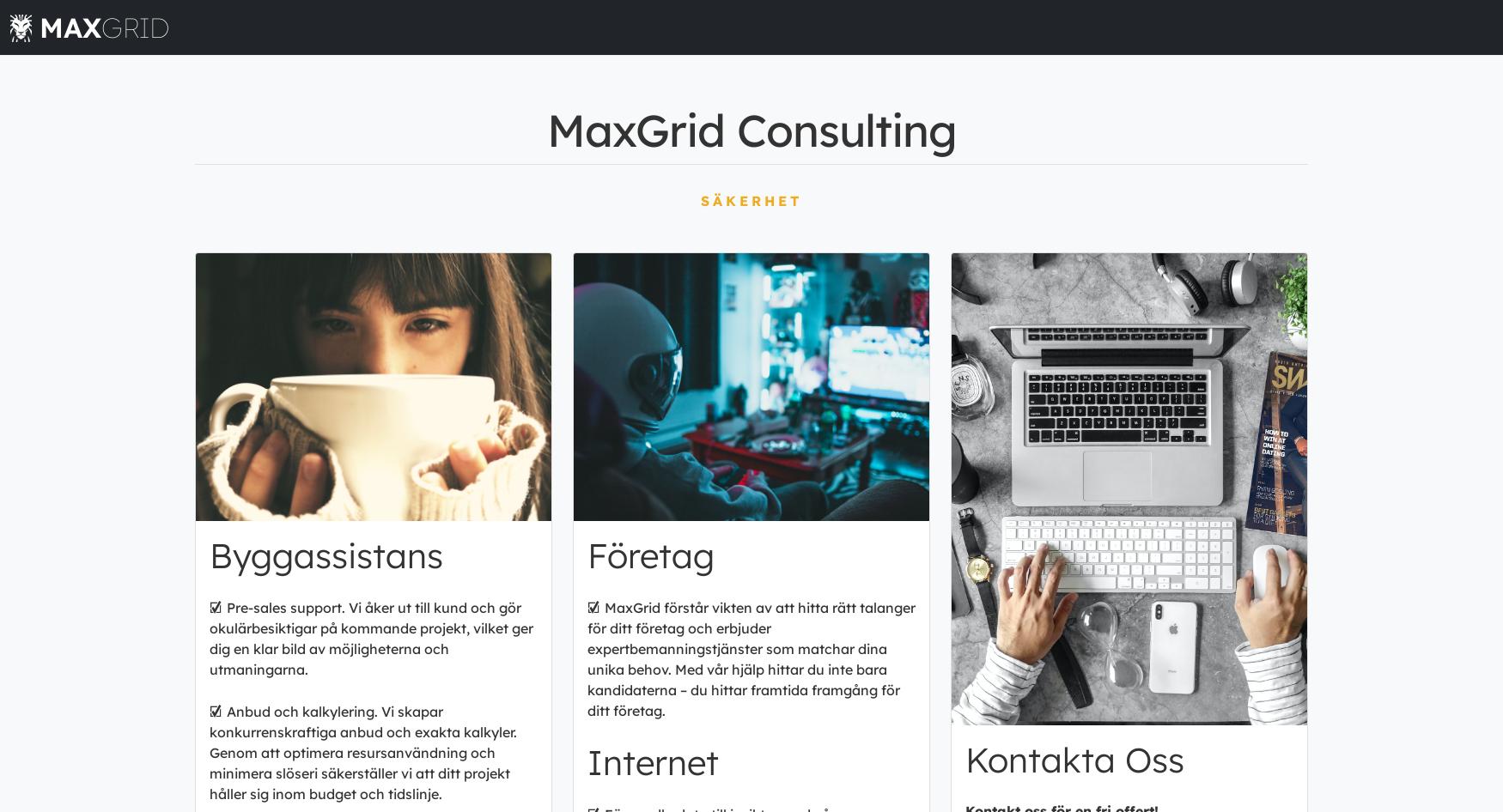 The image size is (1503, 812). Describe the element at coordinates (70, 27) in the screenshot. I see `'MAX'` at that location.